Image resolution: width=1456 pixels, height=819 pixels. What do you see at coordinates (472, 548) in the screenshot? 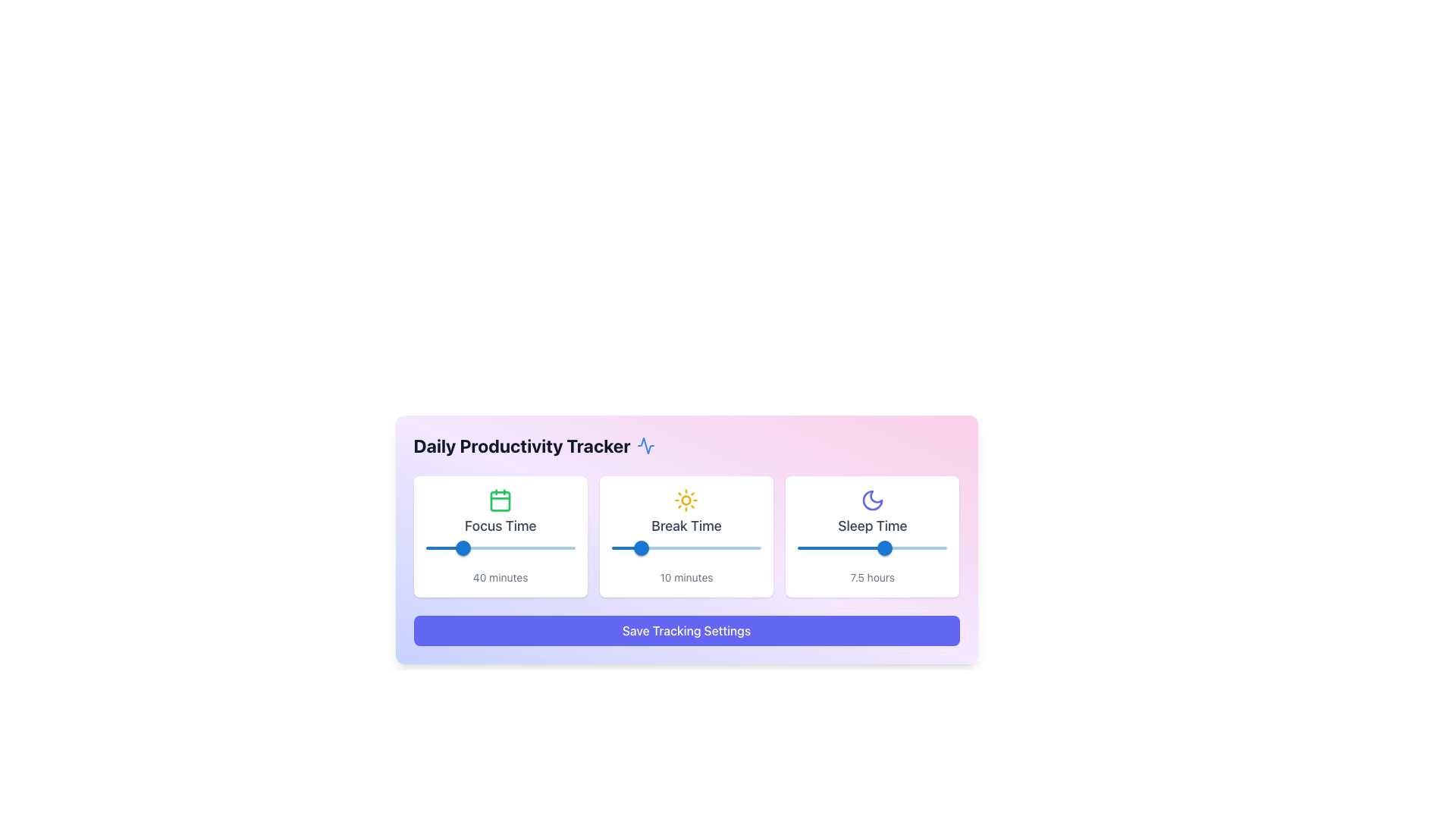
I see `the focus time` at bounding box center [472, 548].